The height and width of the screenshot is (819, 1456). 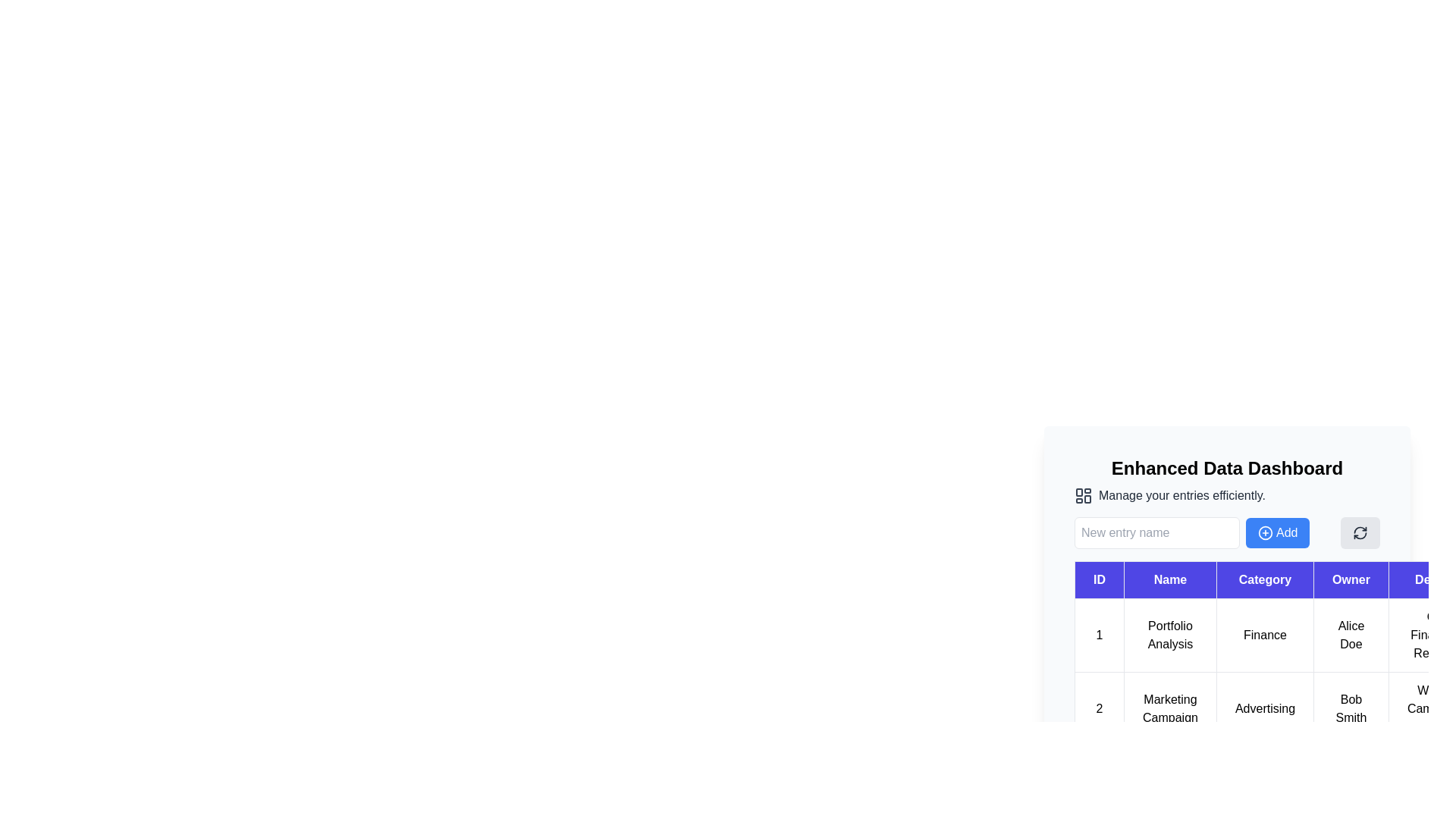 What do you see at coordinates (1087, 499) in the screenshot?
I see `the third decorative rectangular shape in a group of four rectangles, located near the top-left corner of the interface` at bounding box center [1087, 499].